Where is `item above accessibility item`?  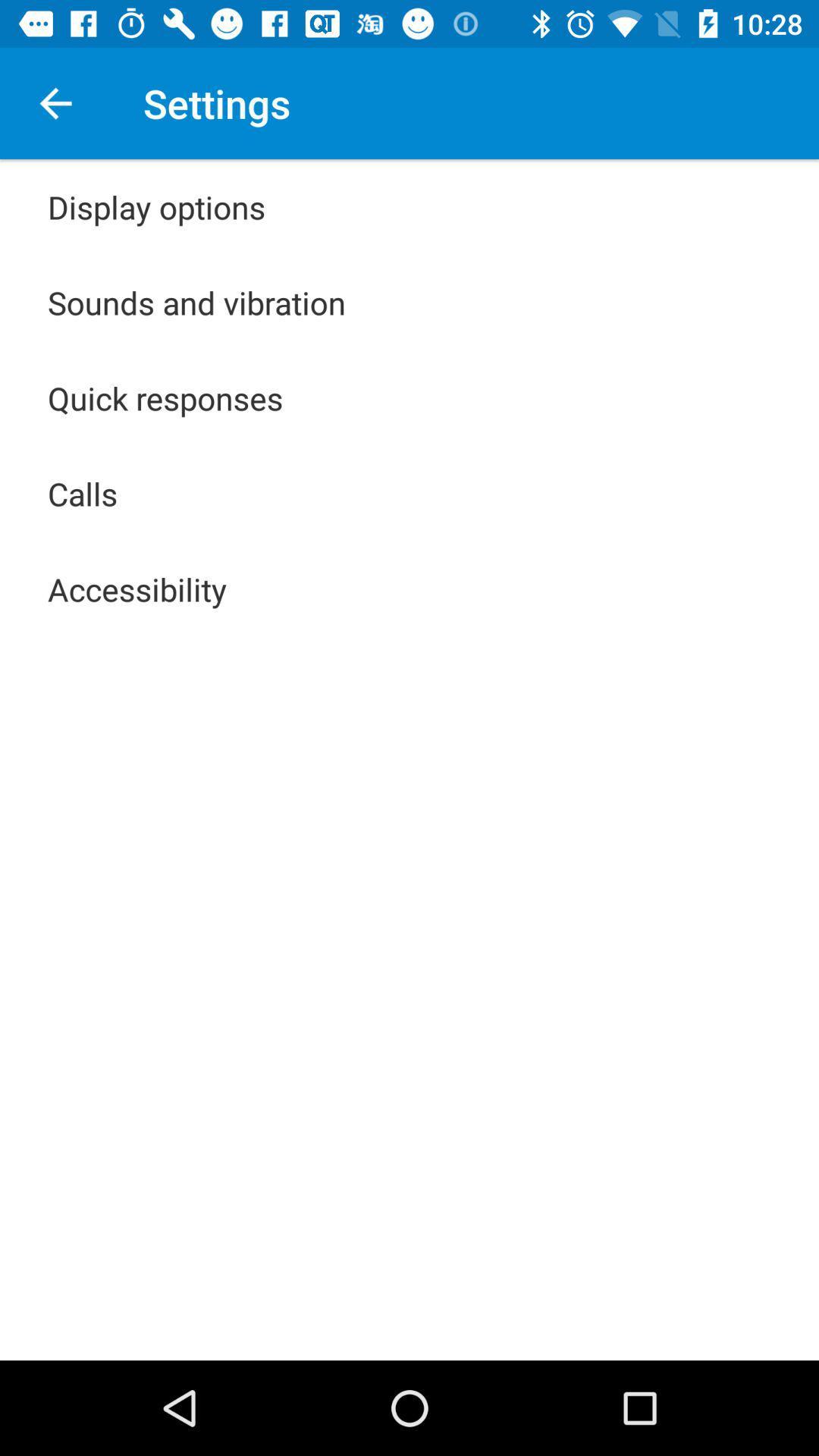 item above accessibility item is located at coordinates (83, 494).